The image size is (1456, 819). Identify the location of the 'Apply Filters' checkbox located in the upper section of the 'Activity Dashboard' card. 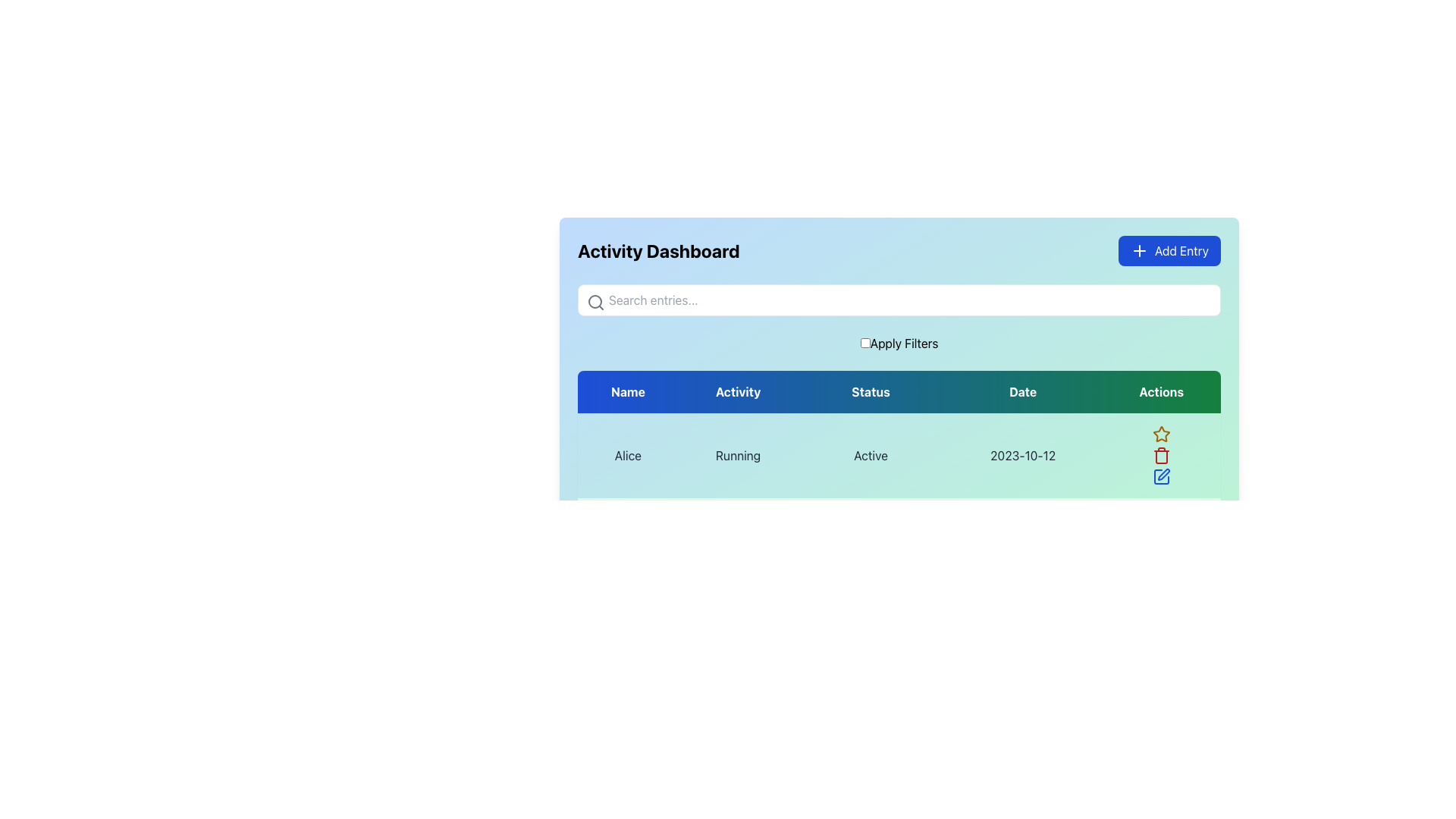
(899, 343).